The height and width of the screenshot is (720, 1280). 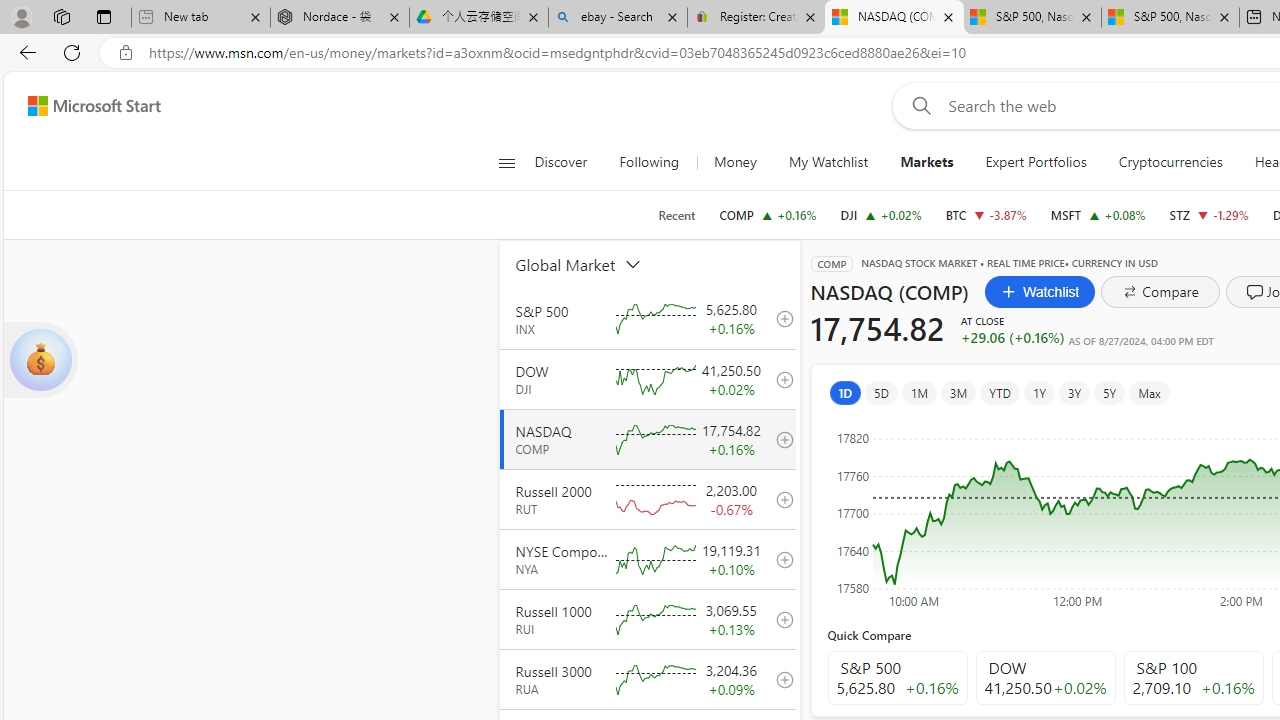 What do you see at coordinates (925, 162) in the screenshot?
I see `'Markets'` at bounding box center [925, 162].